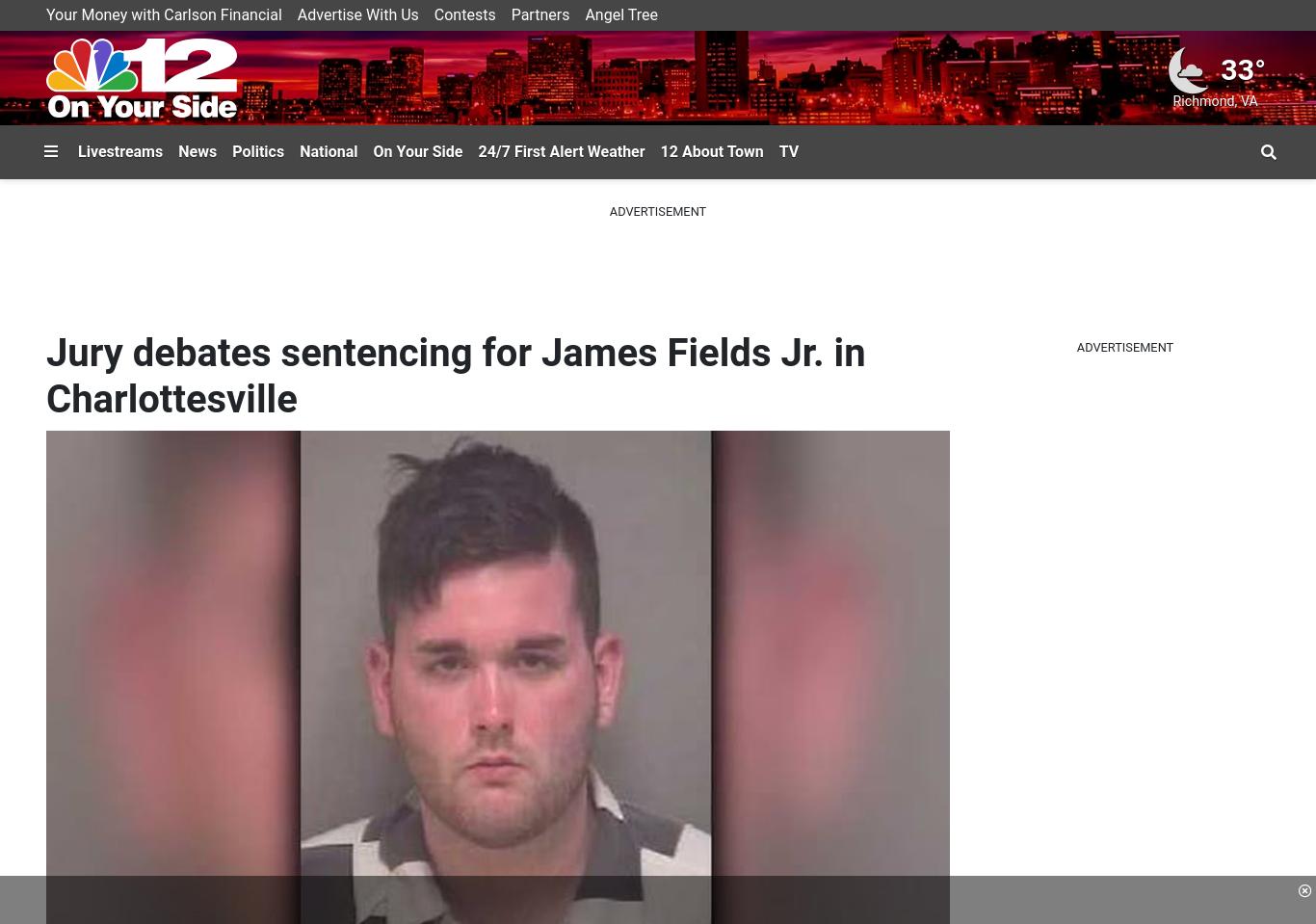 This screenshot has width=1316, height=924. What do you see at coordinates (1202, 101) in the screenshot?
I see `'Richmond'` at bounding box center [1202, 101].